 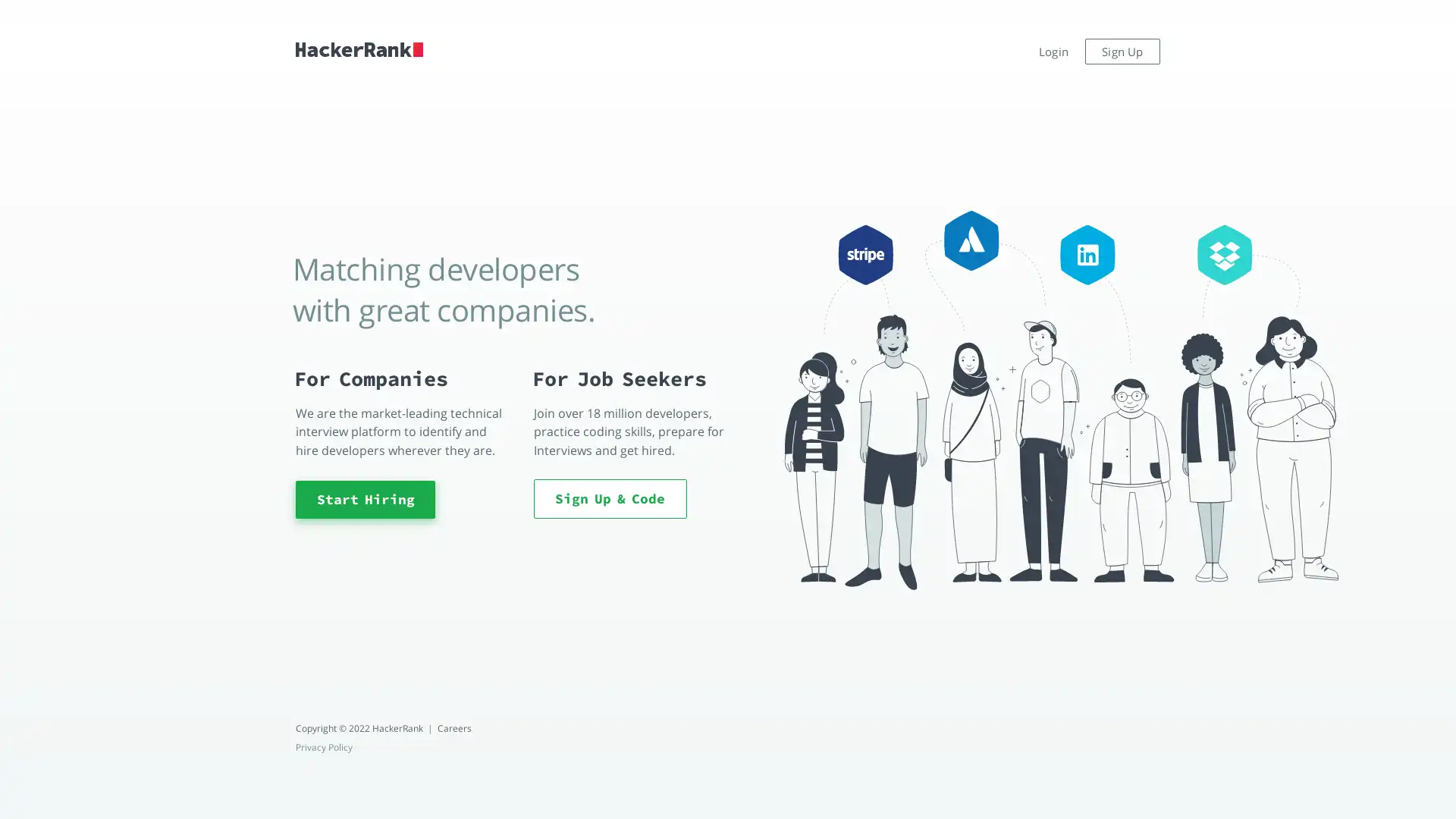 I want to click on Start Hiring, so click(x=365, y=499).